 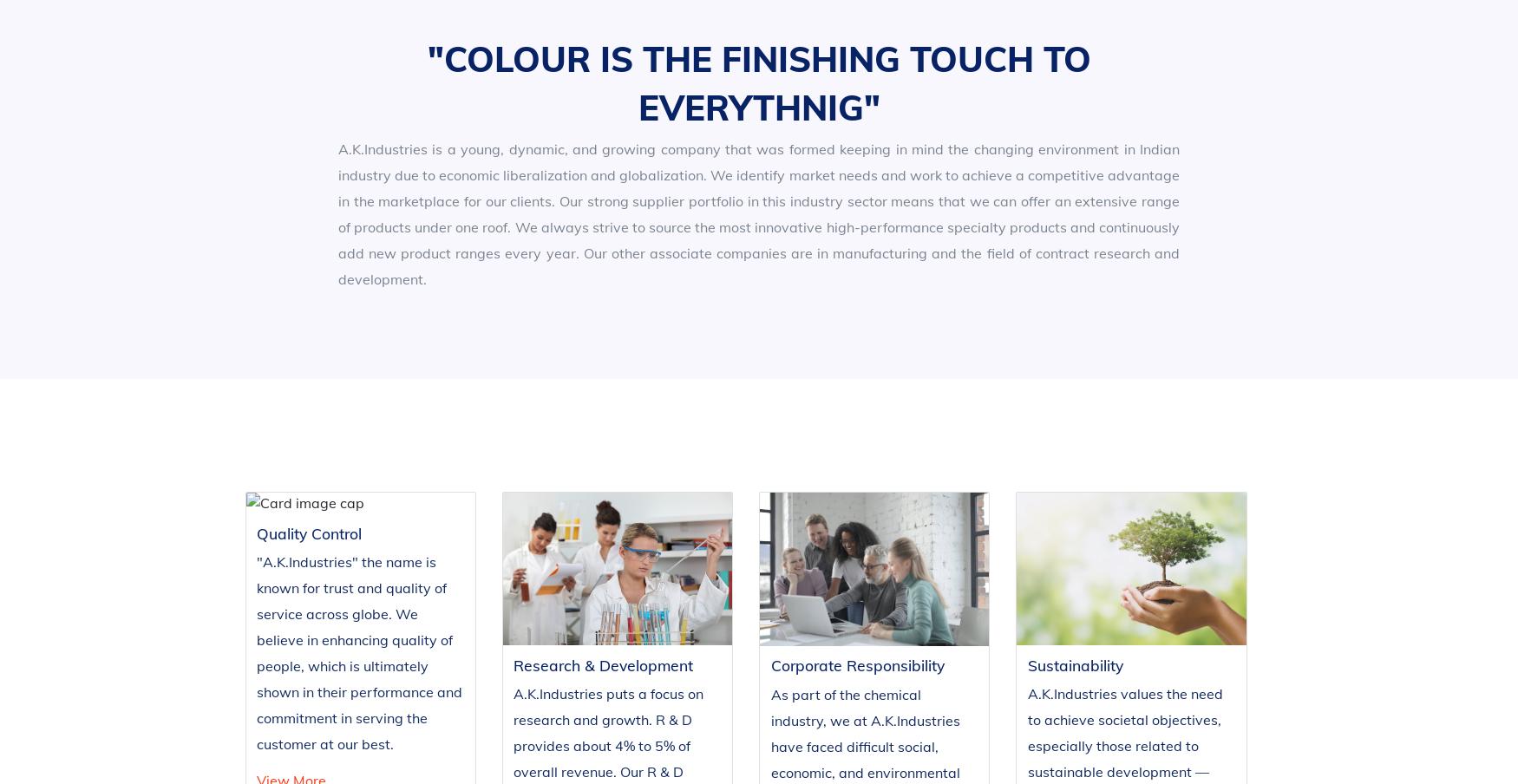 I want to click on 'A.K.Industries, Plot No.1315', so click(x=1122, y=645).